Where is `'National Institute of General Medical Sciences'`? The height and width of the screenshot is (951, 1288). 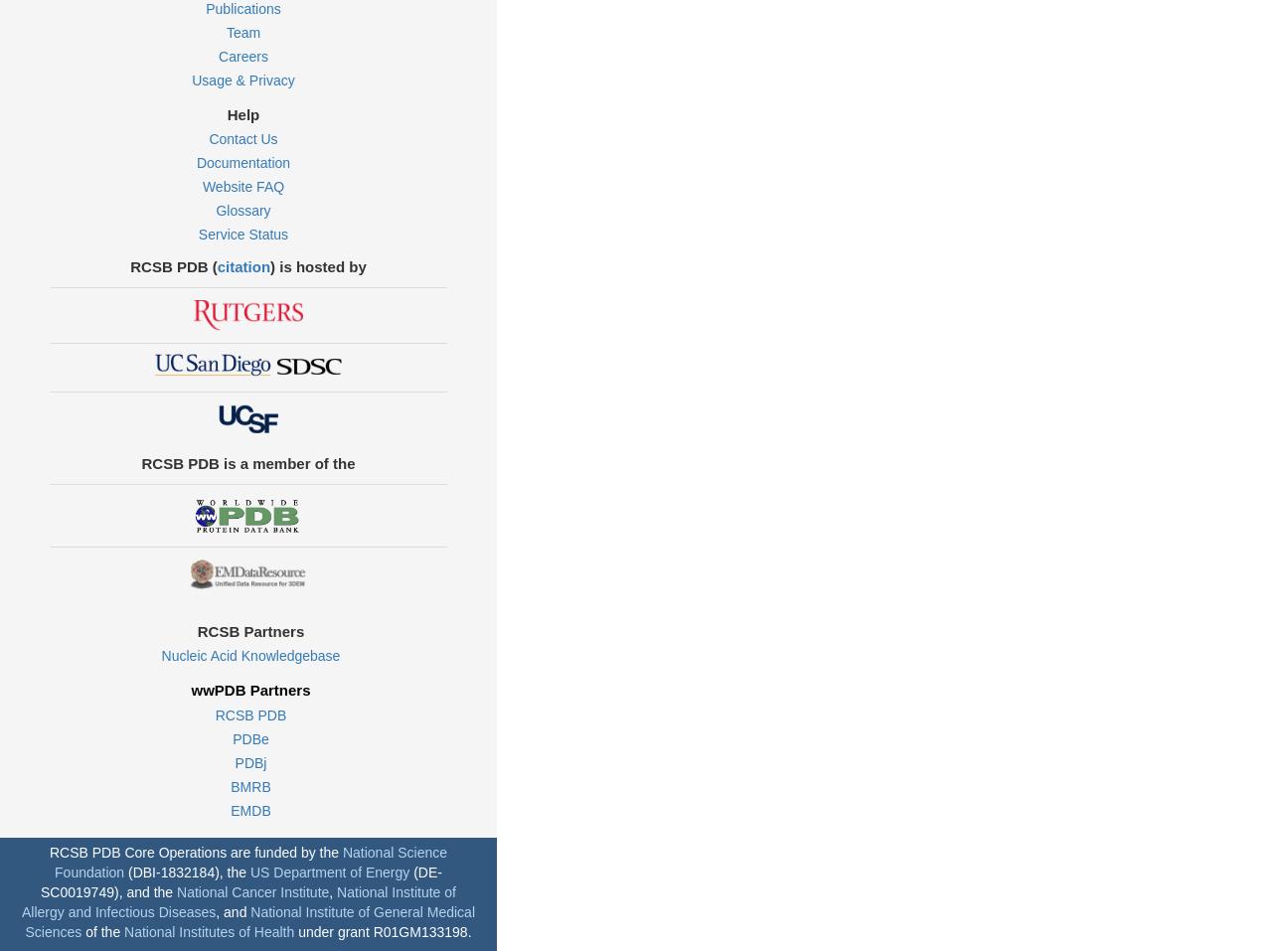
'National Institute of General Medical Sciences' is located at coordinates (249, 921).